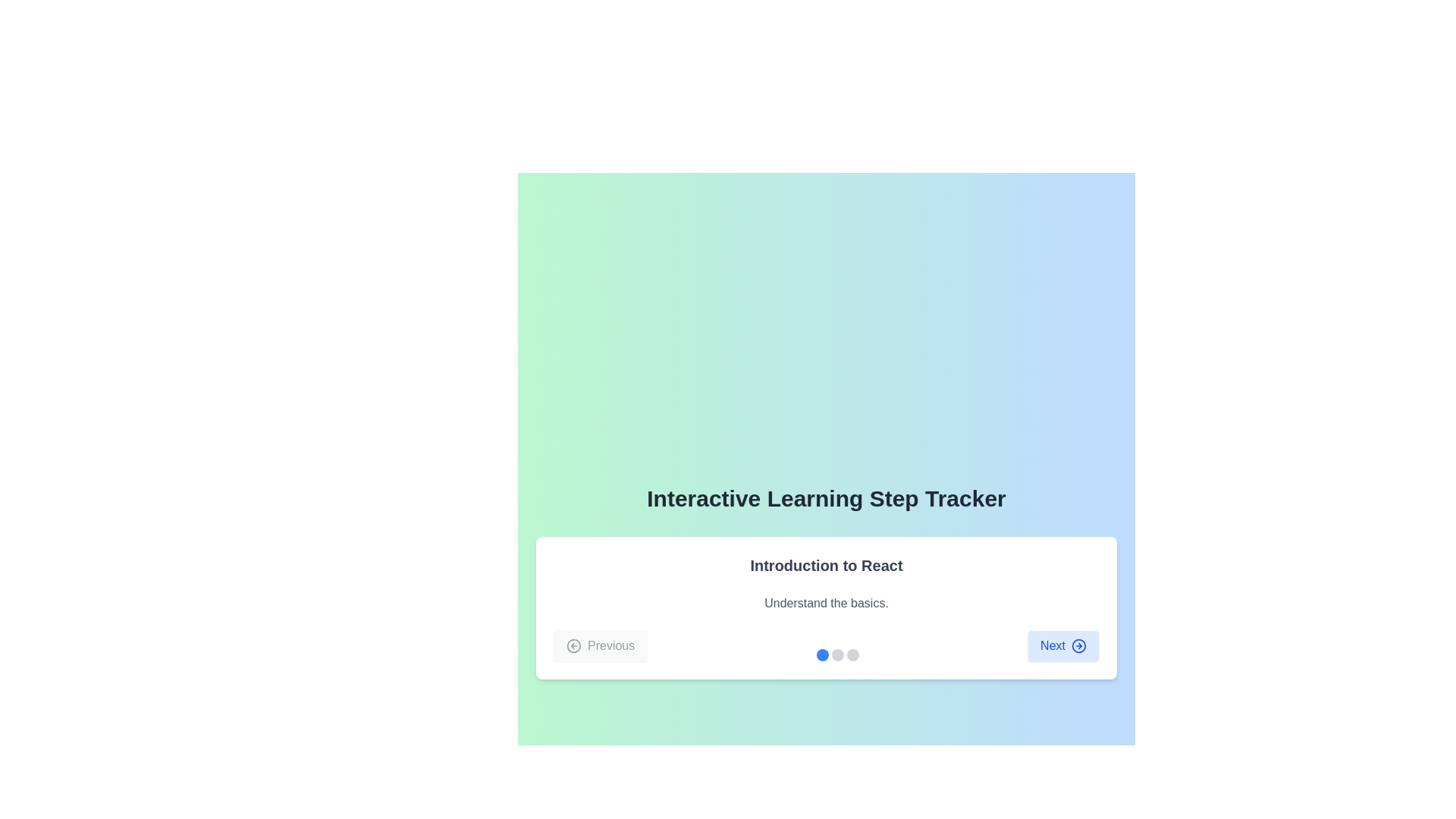 This screenshot has height=819, width=1456. What do you see at coordinates (825, 602) in the screenshot?
I see `the text label that reads 'Understand the basics.' which is styled in light gray and positioned below the heading 'Introduction to React'` at bounding box center [825, 602].